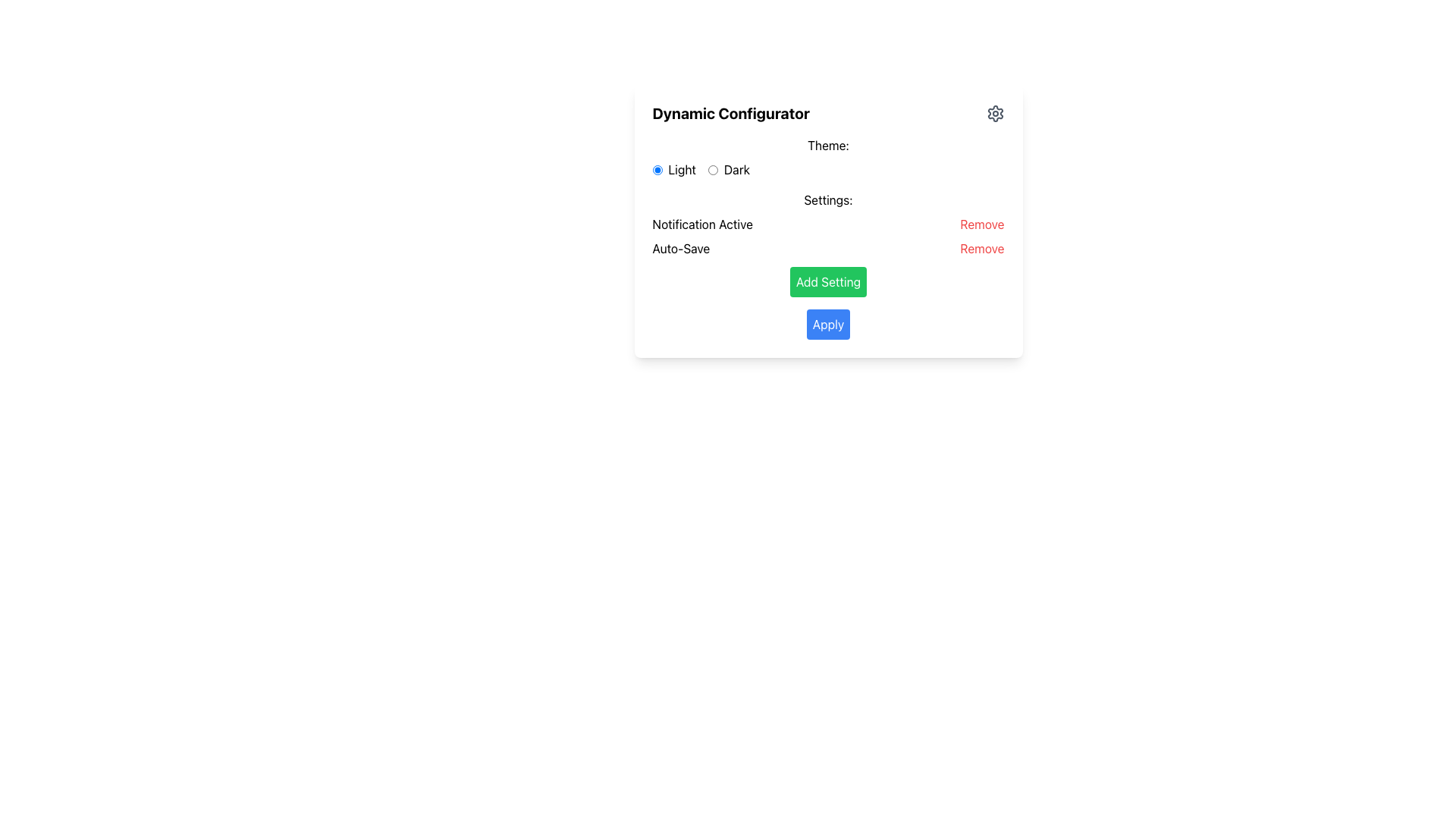  What do you see at coordinates (995, 113) in the screenshot?
I see `the Settings icon located in the top-right corner of the 'Dynamic Configurator' interface` at bounding box center [995, 113].